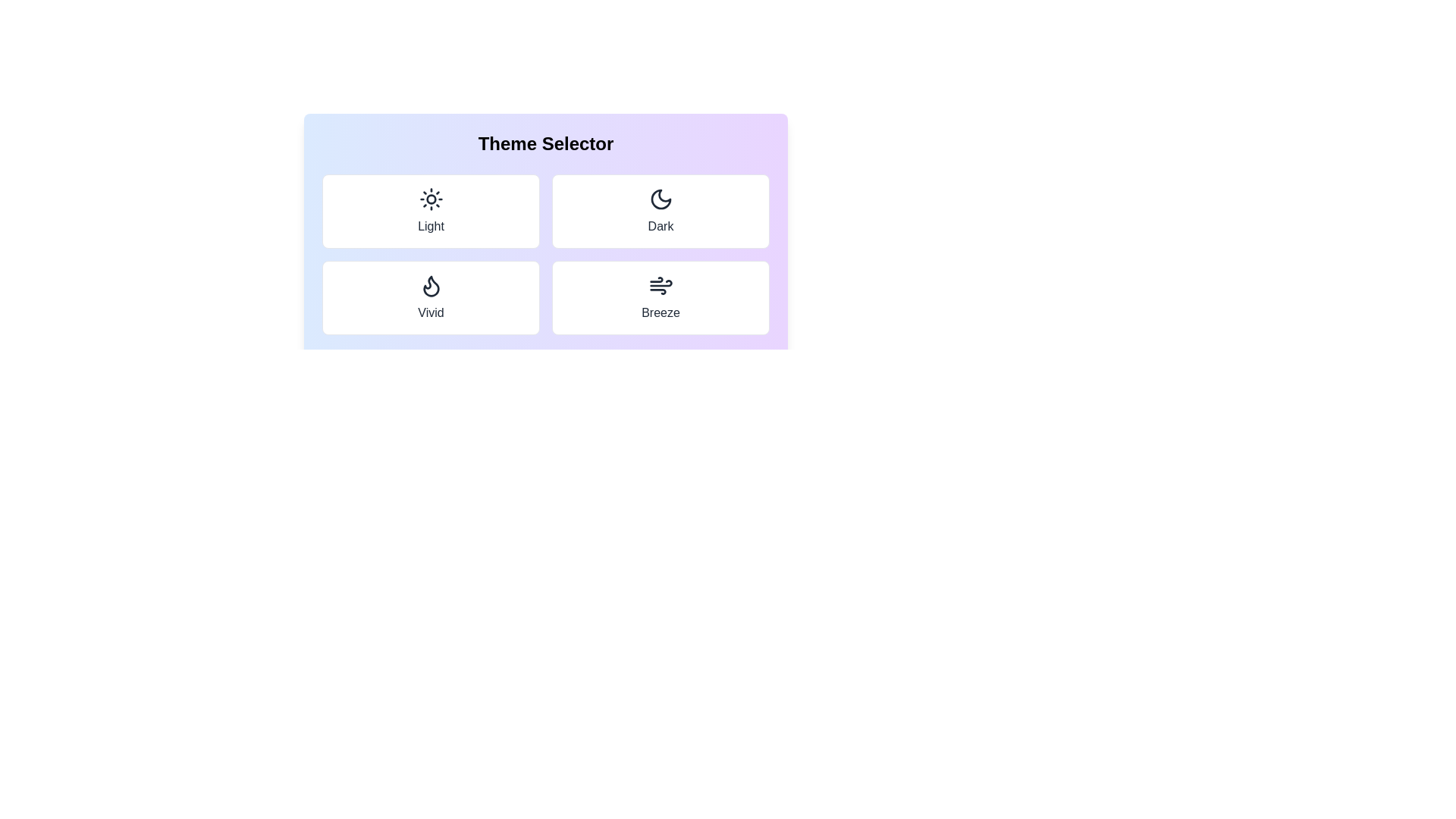  What do you see at coordinates (661, 298) in the screenshot?
I see `the theme Breeze by clicking its corresponding tile` at bounding box center [661, 298].